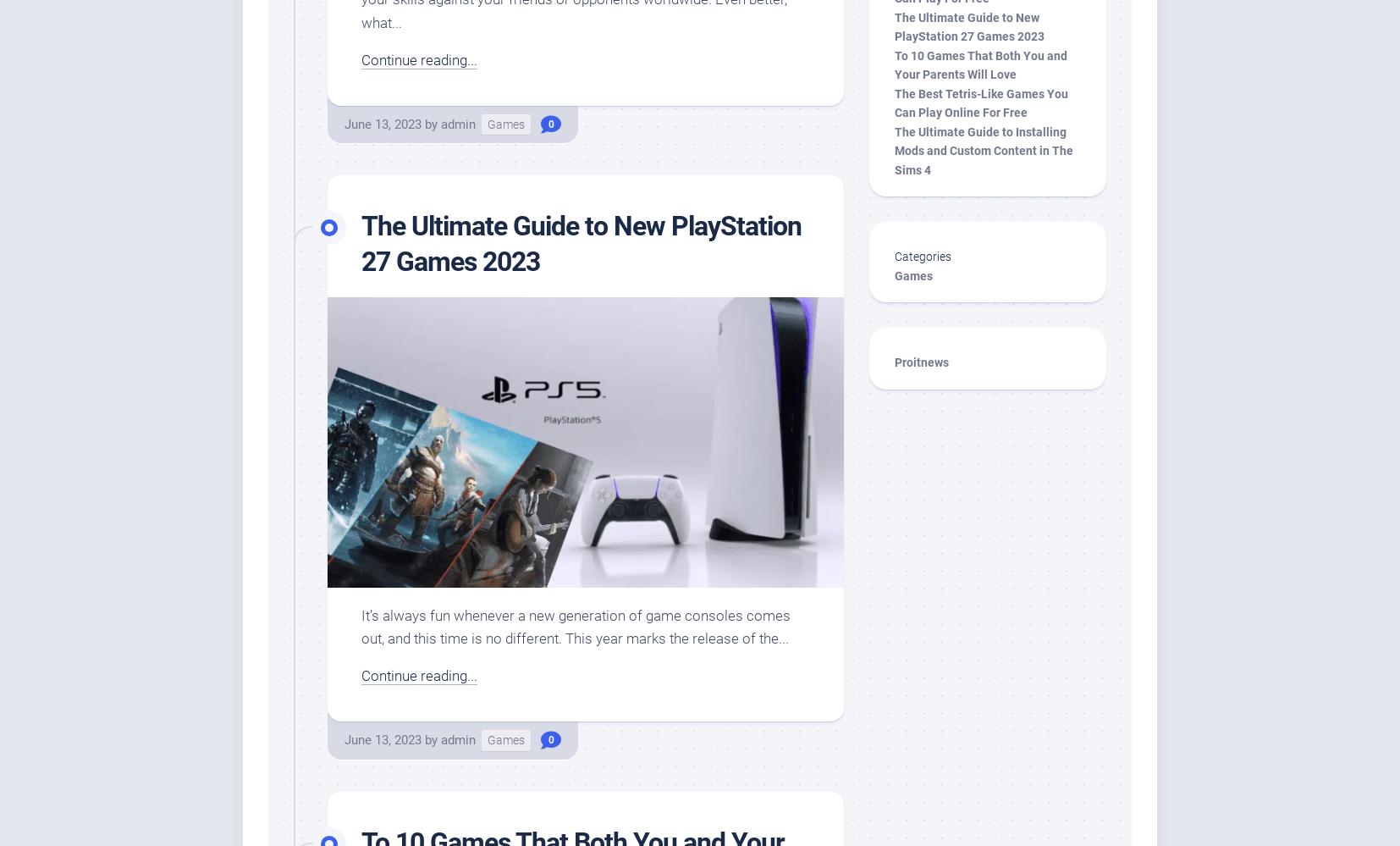 This screenshot has height=846, width=1400. Describe the element at coordinates (576, 625) in the screenshot. I see `'It’s always fun whenever a new generation of game consoles comes out, and this time is no different. This year marks the release of the...'` at that location.